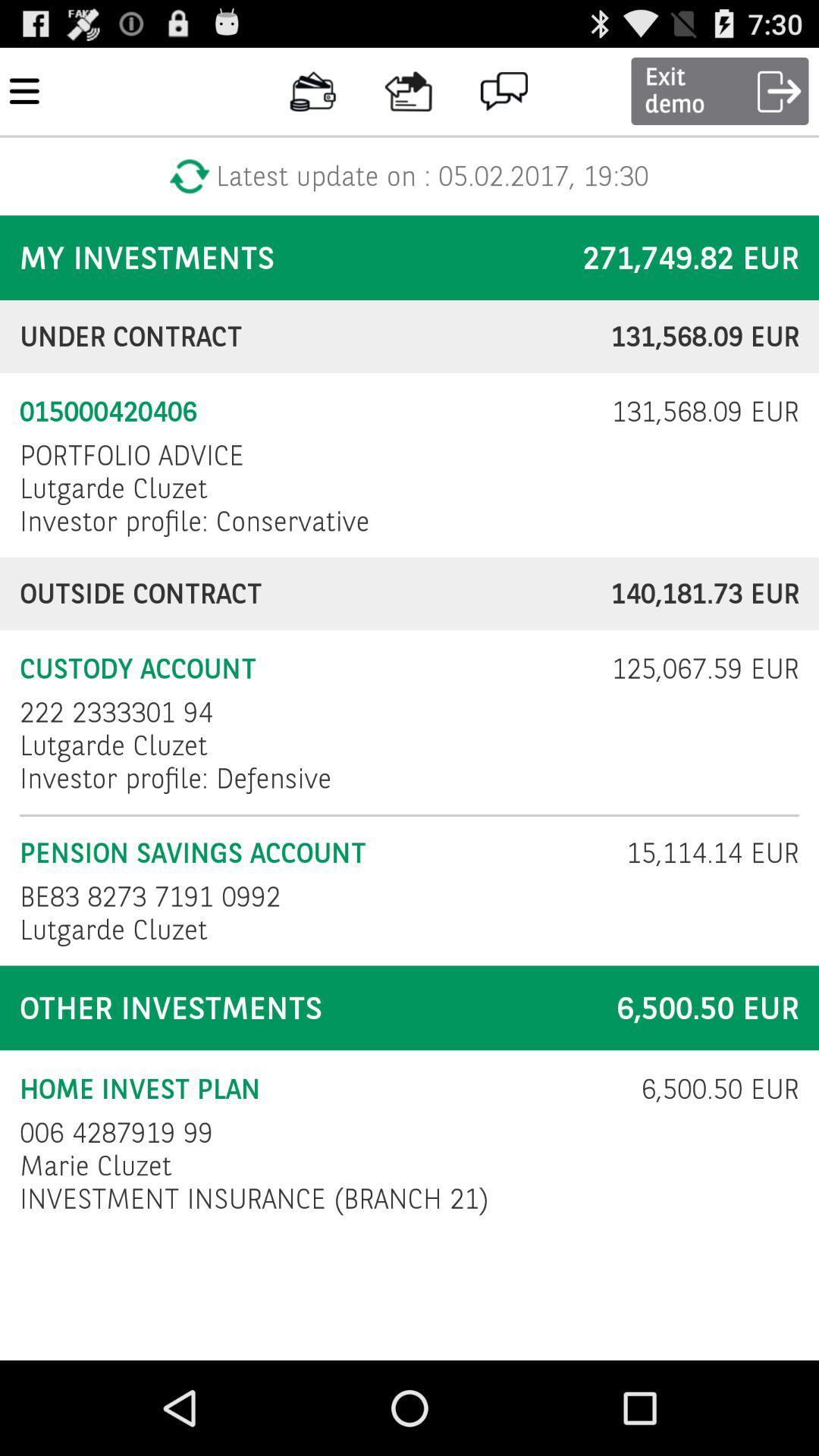  What do you see at coordinates (306, 412) in the screenshot?
I see `015000420406 icon` at bounding box center [306, 412].